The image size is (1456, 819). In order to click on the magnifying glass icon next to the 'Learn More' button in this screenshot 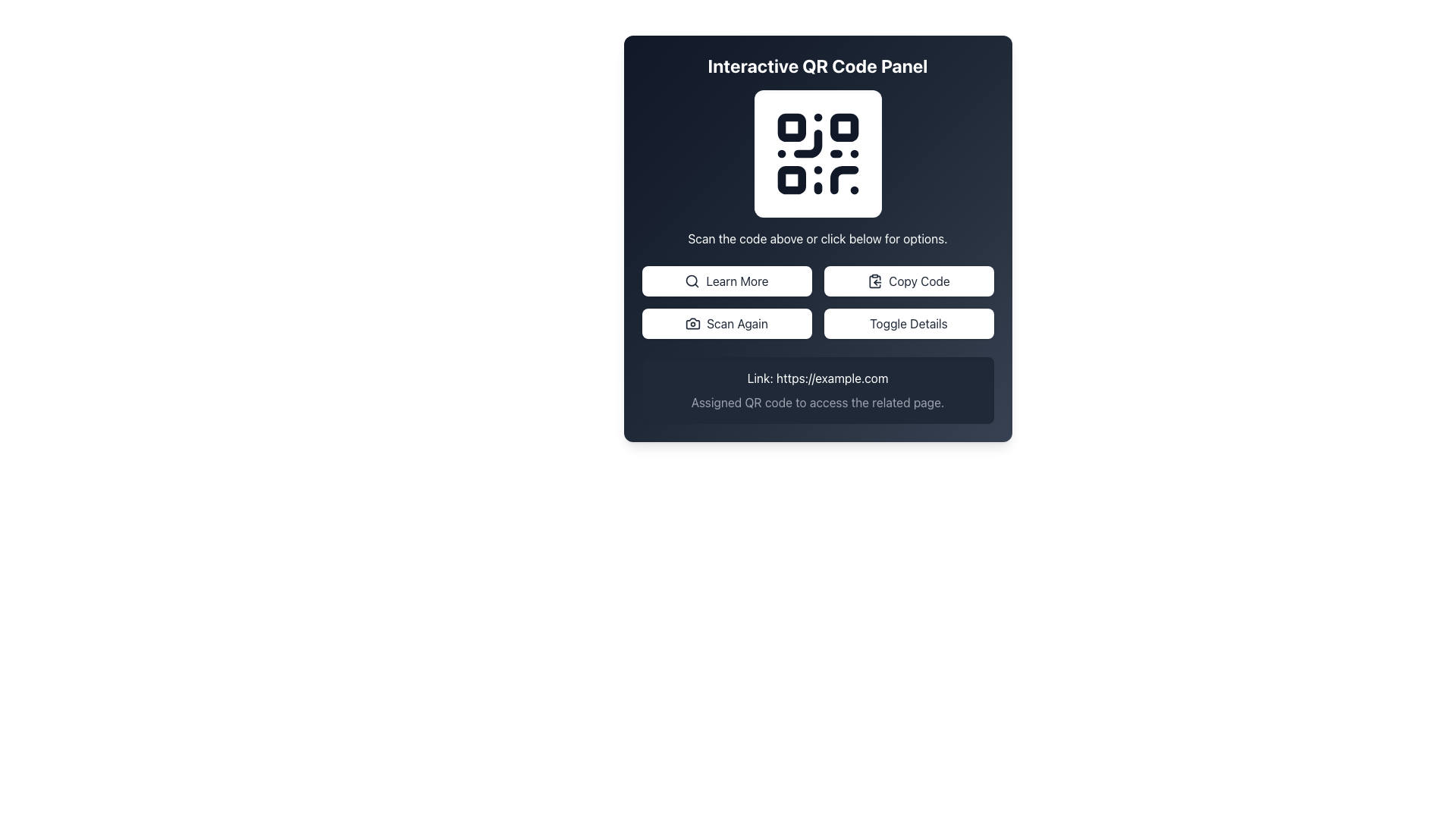, I will do `click(692, 281)`.